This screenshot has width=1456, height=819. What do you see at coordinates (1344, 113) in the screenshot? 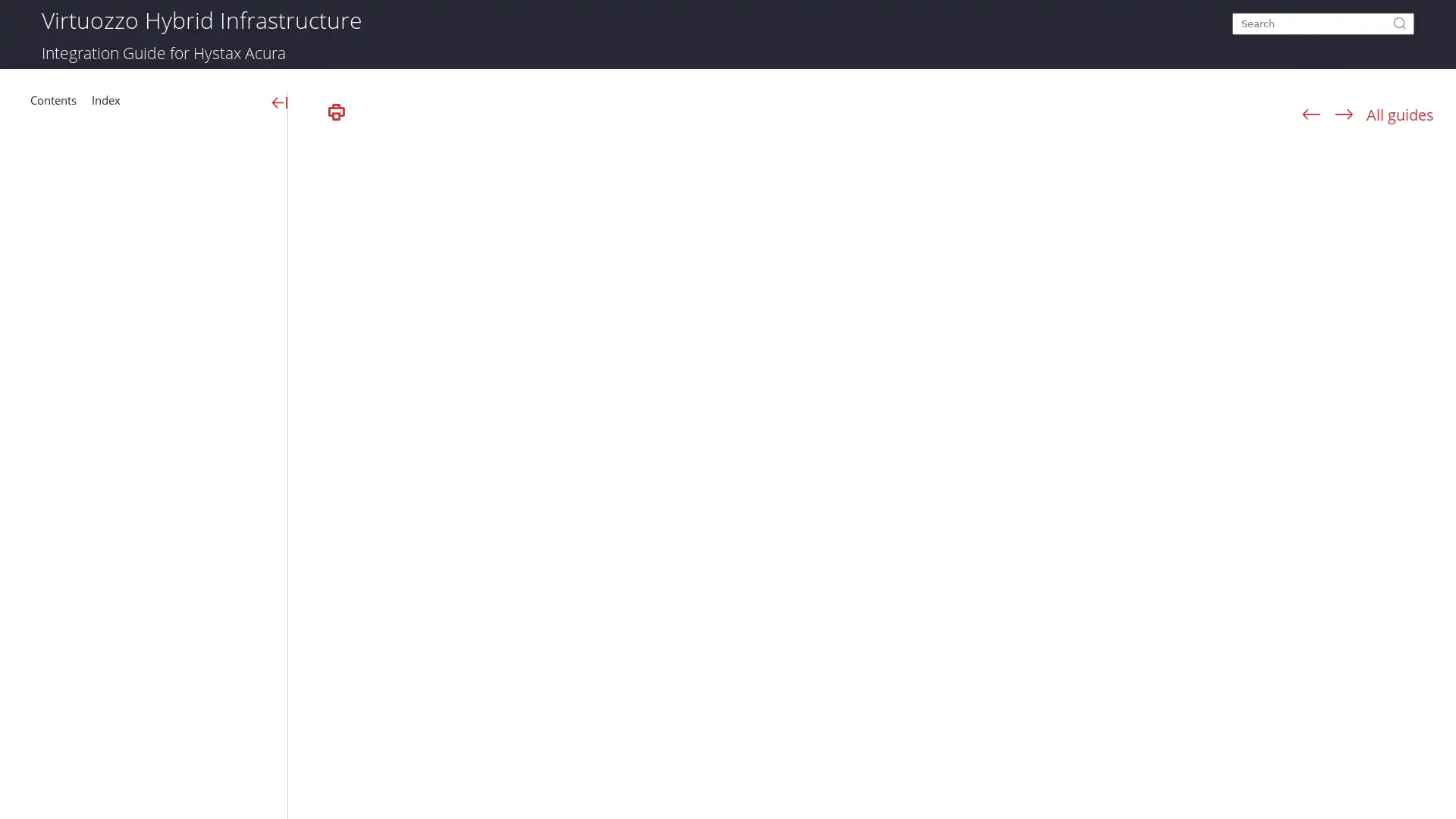
I see `Navigate next` at bounding box center [1344, 113].